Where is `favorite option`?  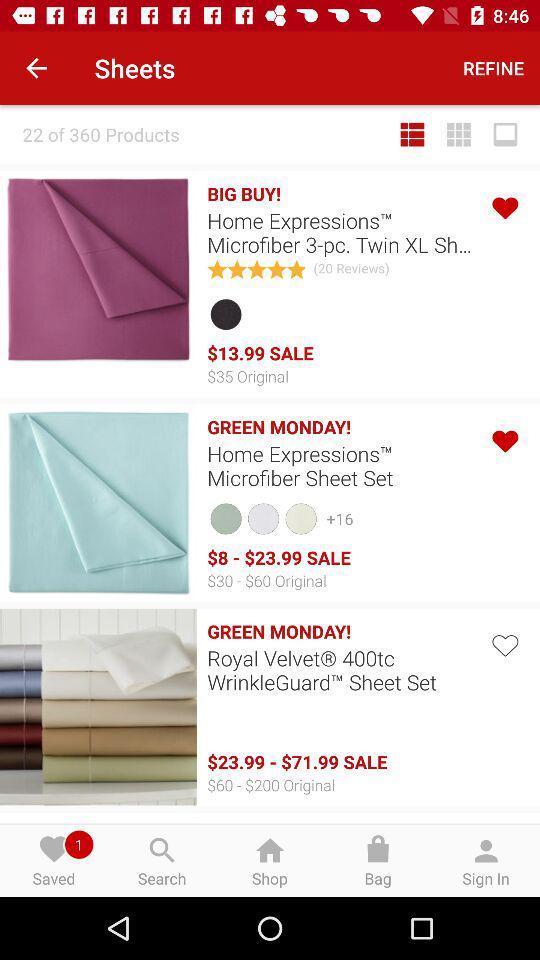
favorite option is located at coordinates (503, 439).